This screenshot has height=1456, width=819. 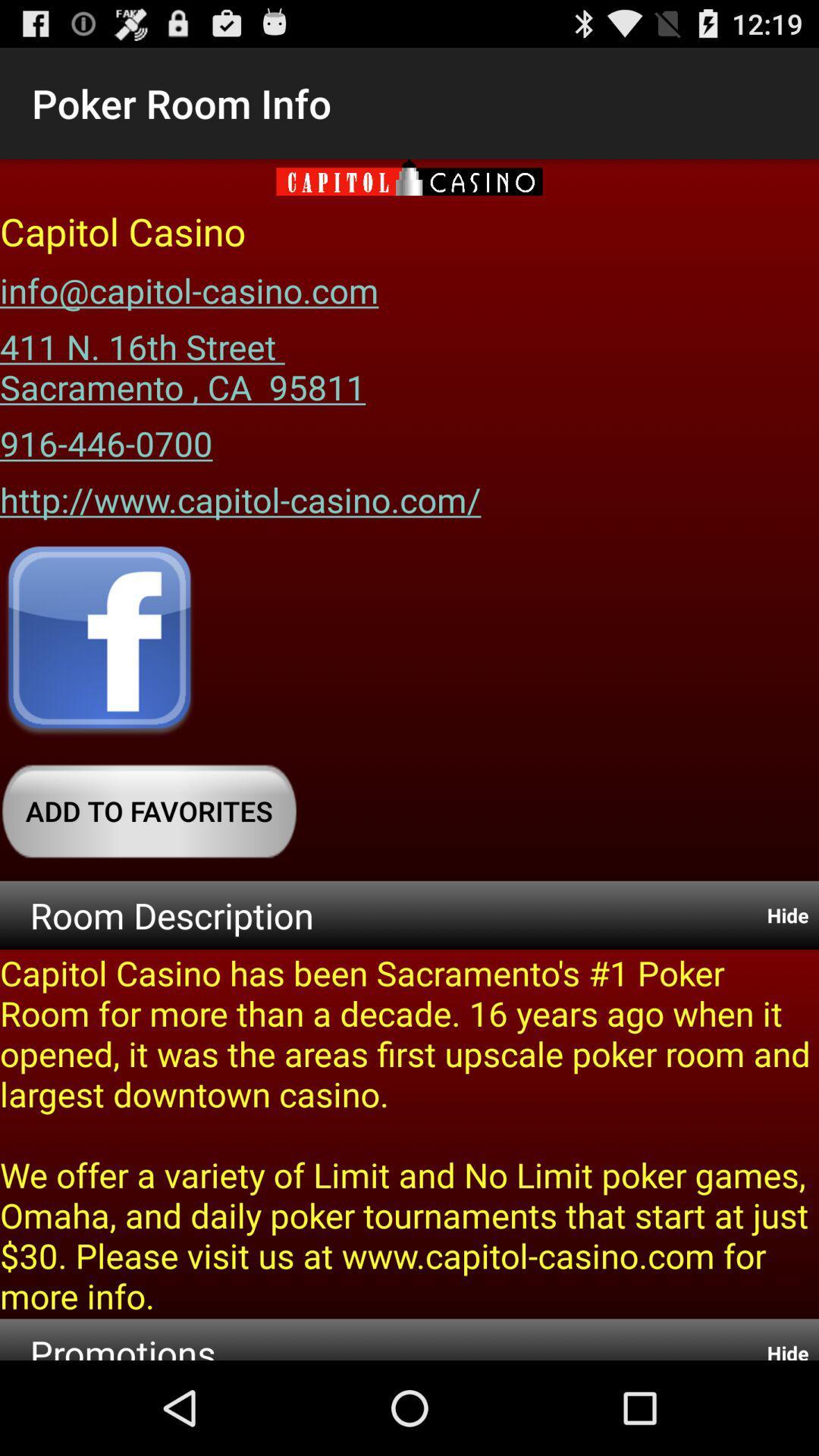 I want to click on the app below 411 n 16th, so click(x=105, y=437).